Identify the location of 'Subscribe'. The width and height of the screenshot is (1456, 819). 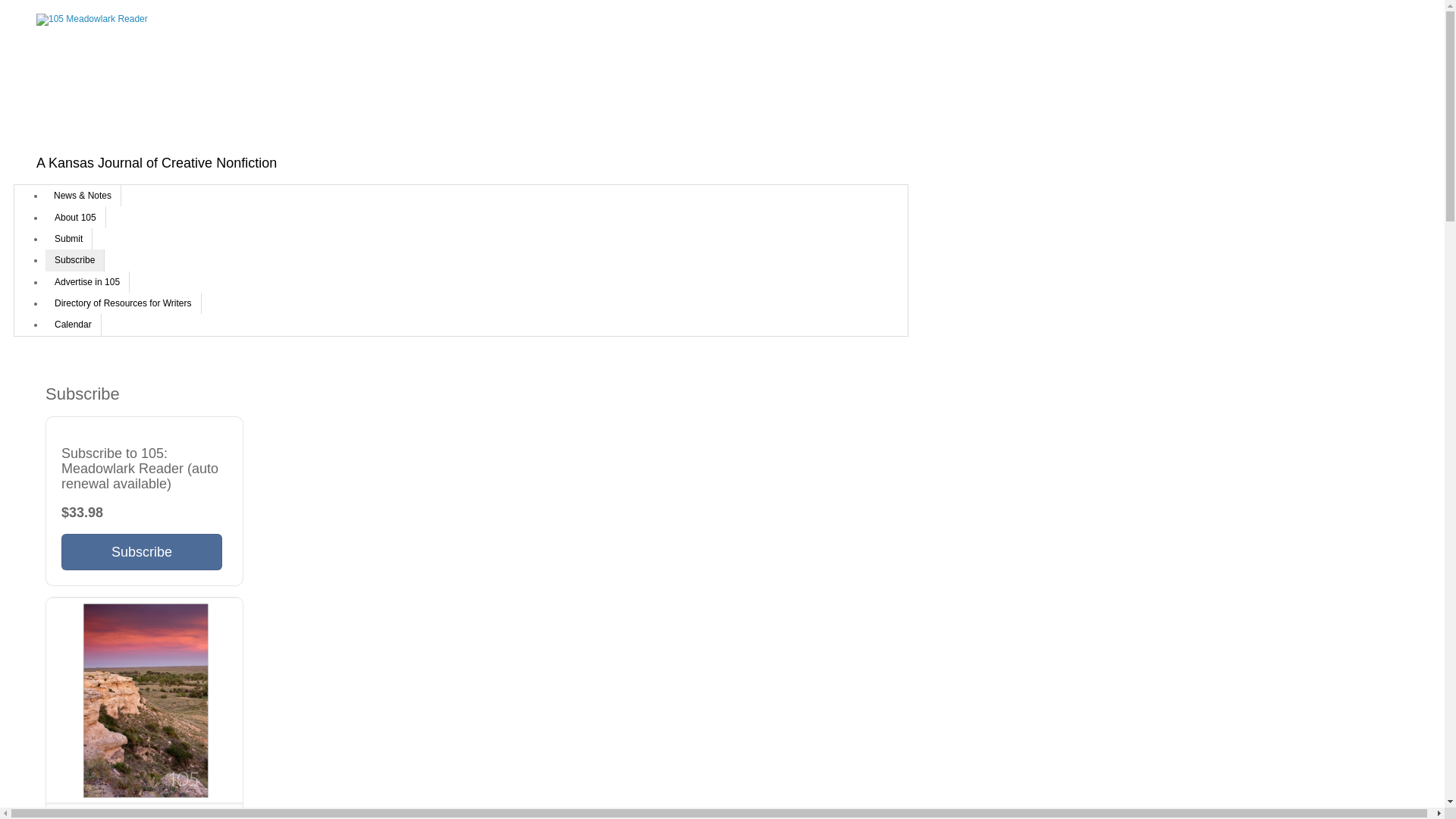
(61, 552).